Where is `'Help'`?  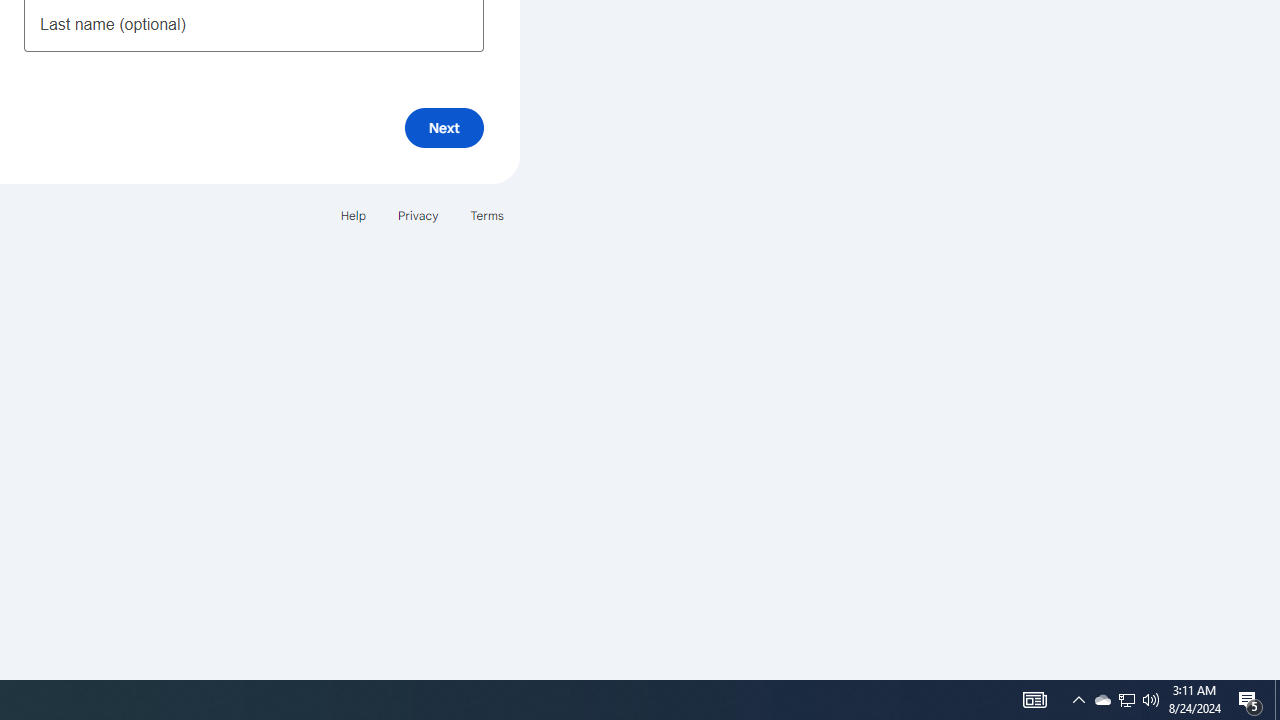 'Help' is located at coordinates (352, 215).